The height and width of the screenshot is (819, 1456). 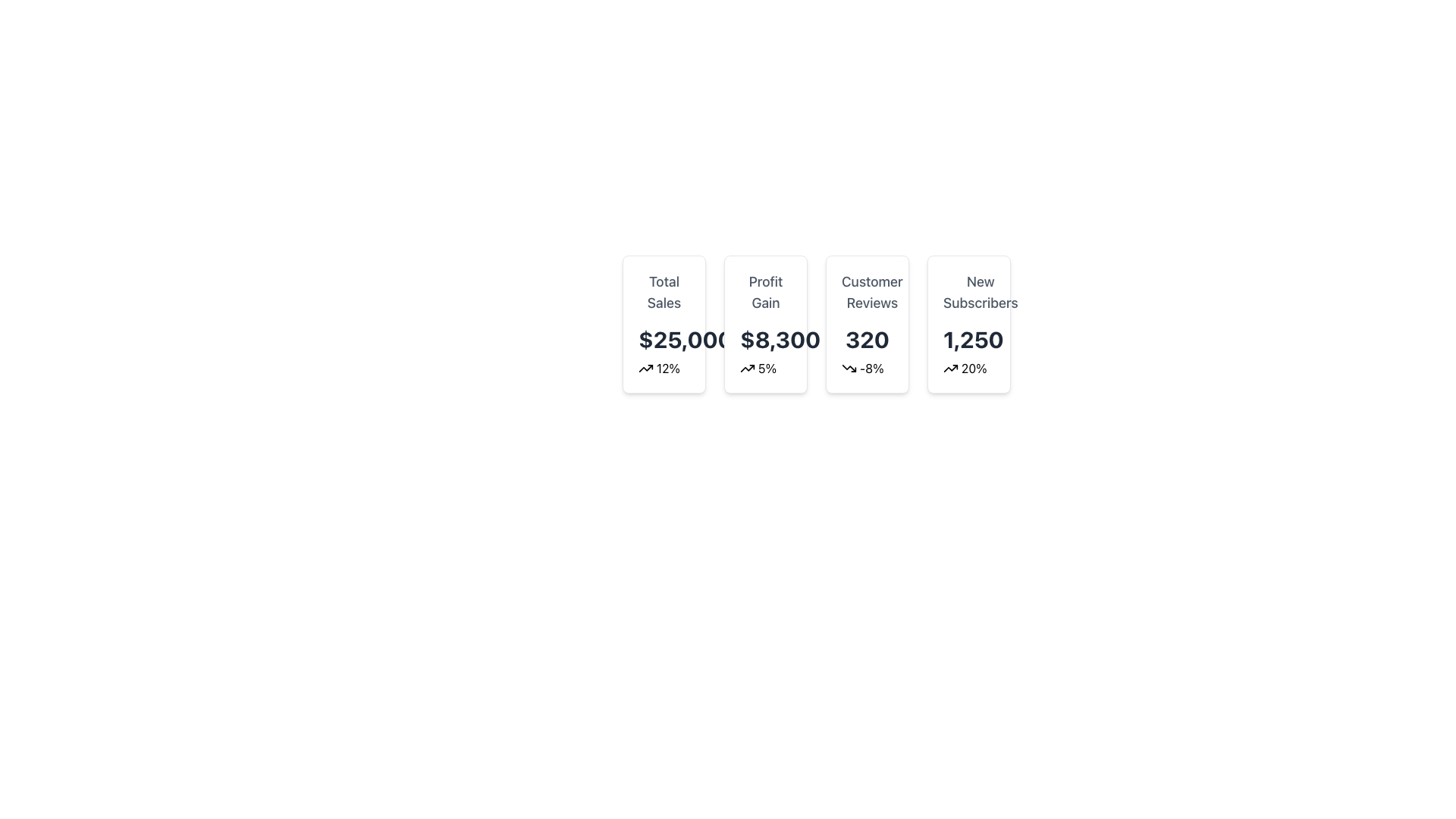 I want to click on the upward trend icon representing the increase in 'Total Sales' with a green percentage of '12%', located at the bottom-left of the 'Total Sales' card, so click(x=645, y=369).